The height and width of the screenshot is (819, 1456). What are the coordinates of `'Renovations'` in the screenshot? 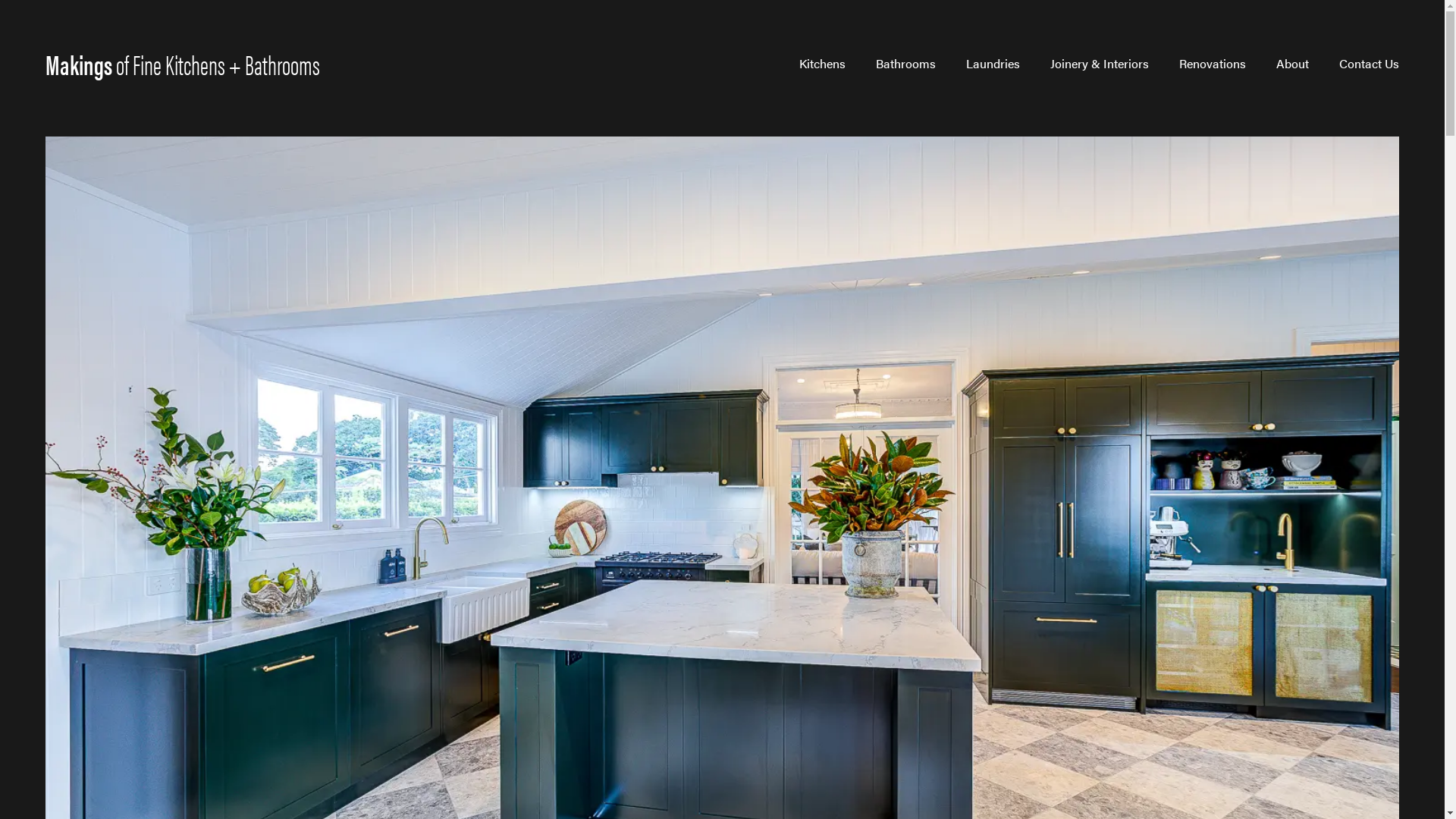 It's located at (1211, 63).